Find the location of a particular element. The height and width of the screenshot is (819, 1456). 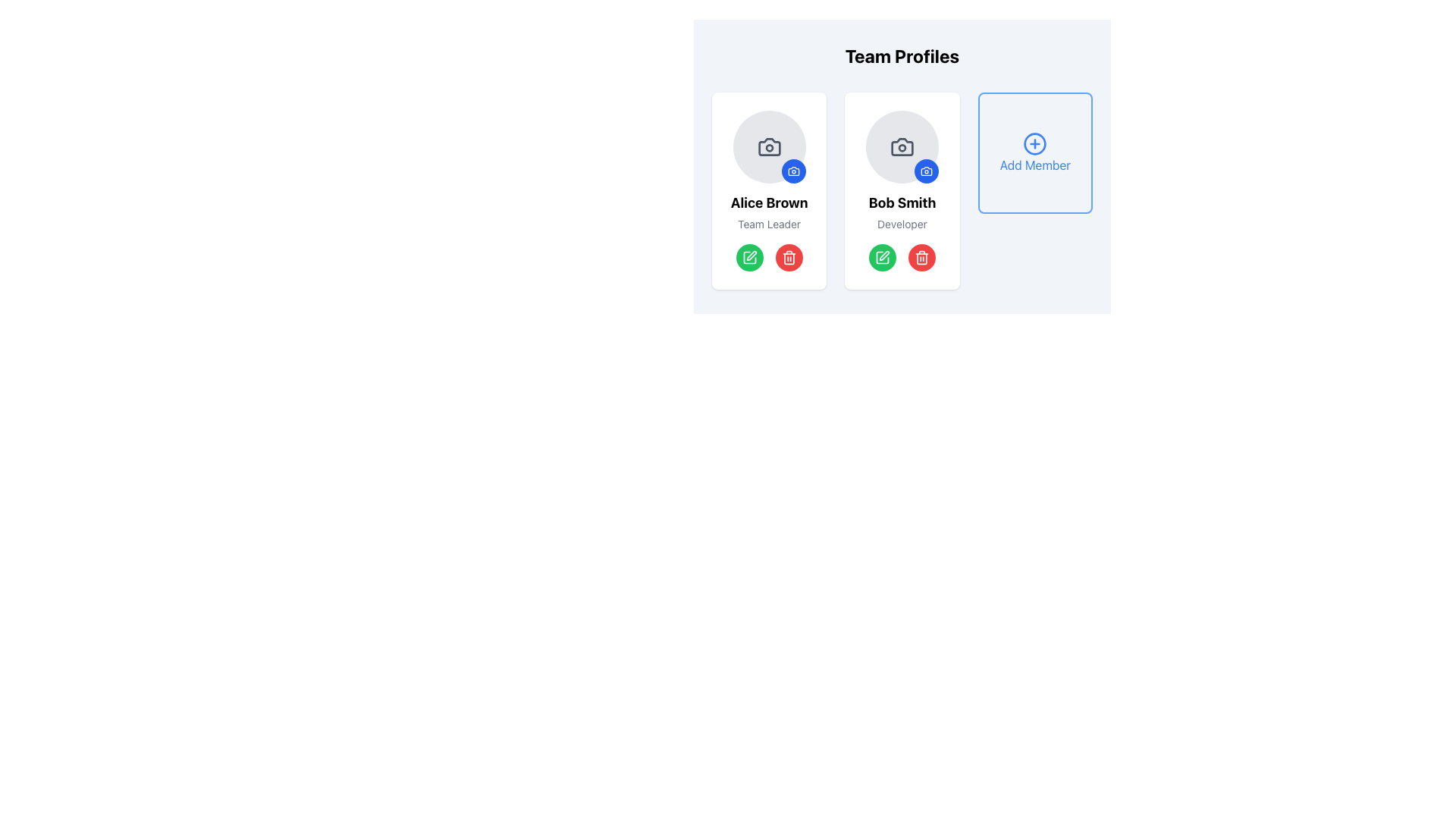

the pen icon button representing editing functionality in Bob Smith's profile within the 'Team Profiles' section is located at coordinates (884, 255).